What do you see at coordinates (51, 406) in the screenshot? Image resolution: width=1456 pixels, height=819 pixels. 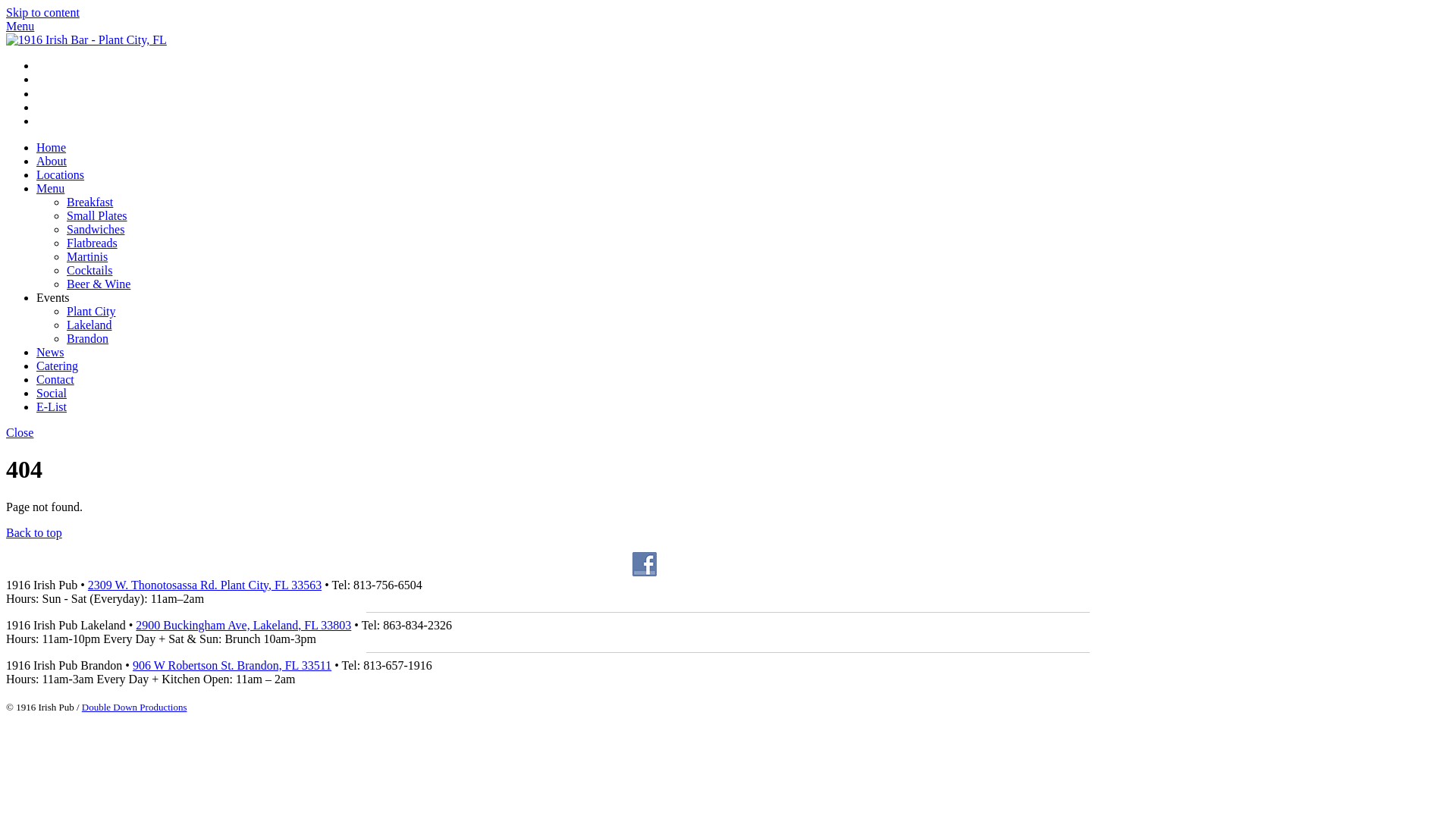 I see `'E-List'` at bounding box center [51, 406].